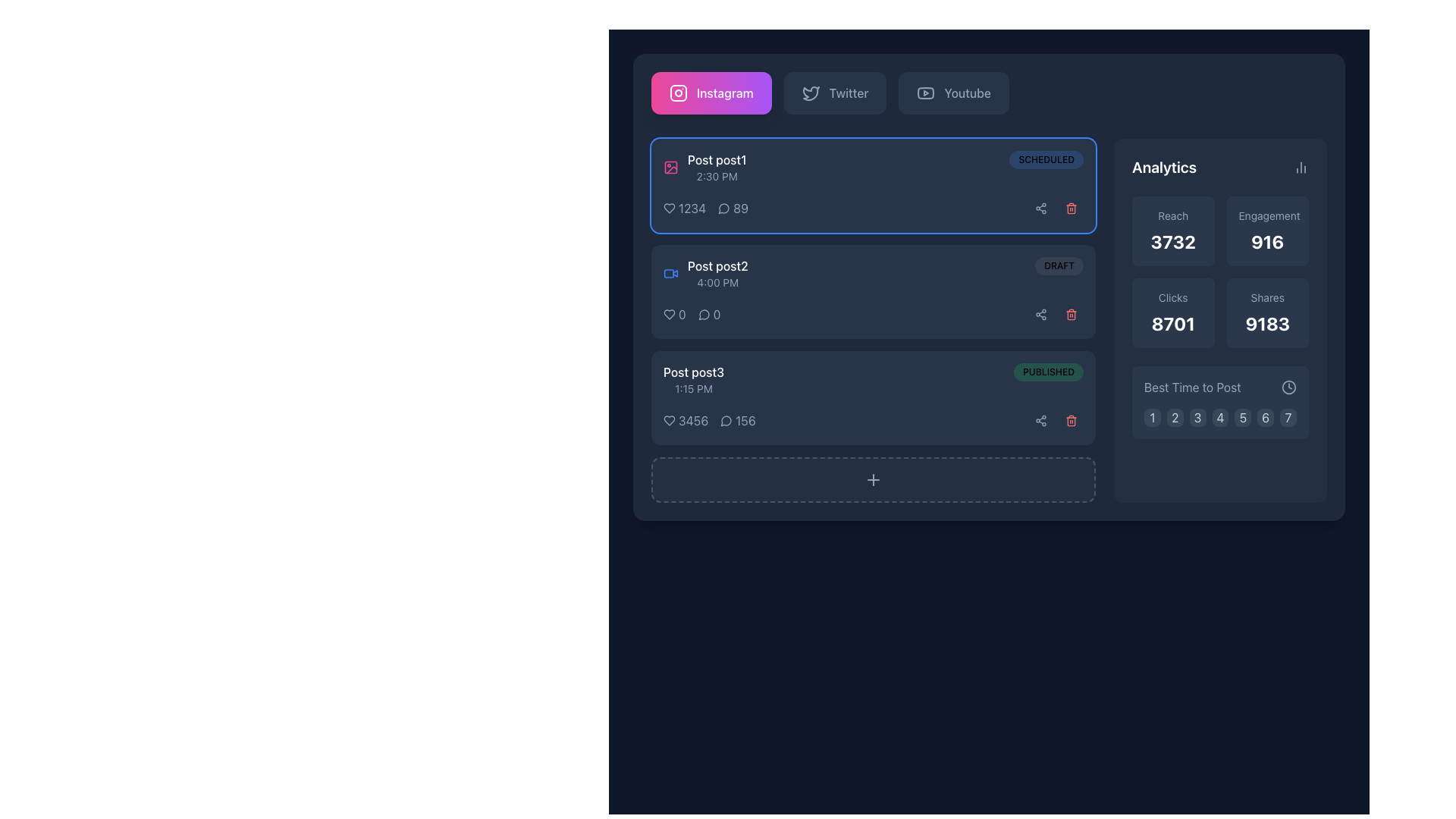 The width and height of the screenshot is (1456, 819). I want to click on the leftmost icon located in the 'Post post3' panel, which is positioned to the left of the numerical label '3456', so click(669, 421).